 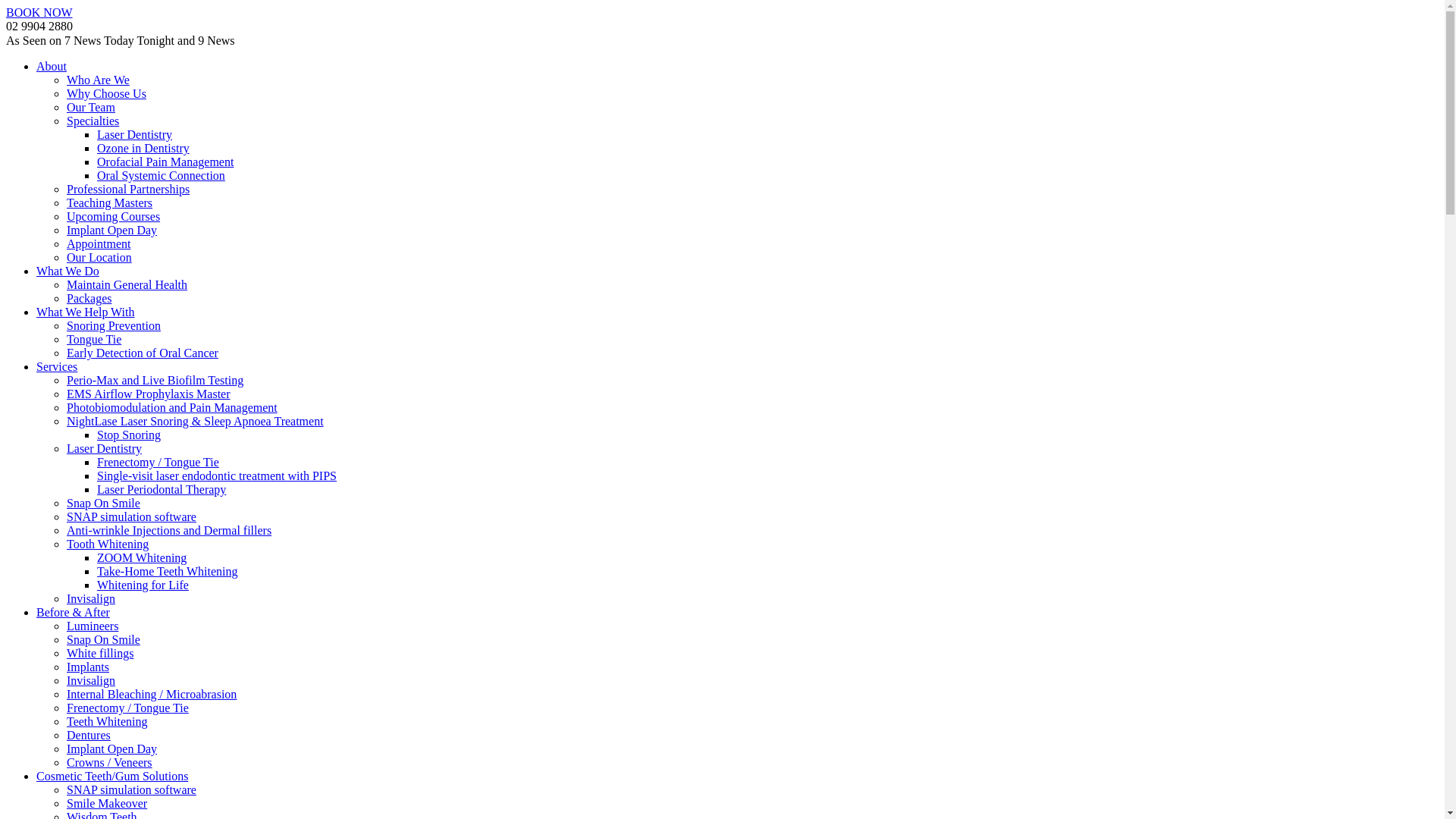 What do you see at coordinates (96, 148) in the screenshot?
I see `'Ozone in Dentistry'` at bounding box center [96, 148].